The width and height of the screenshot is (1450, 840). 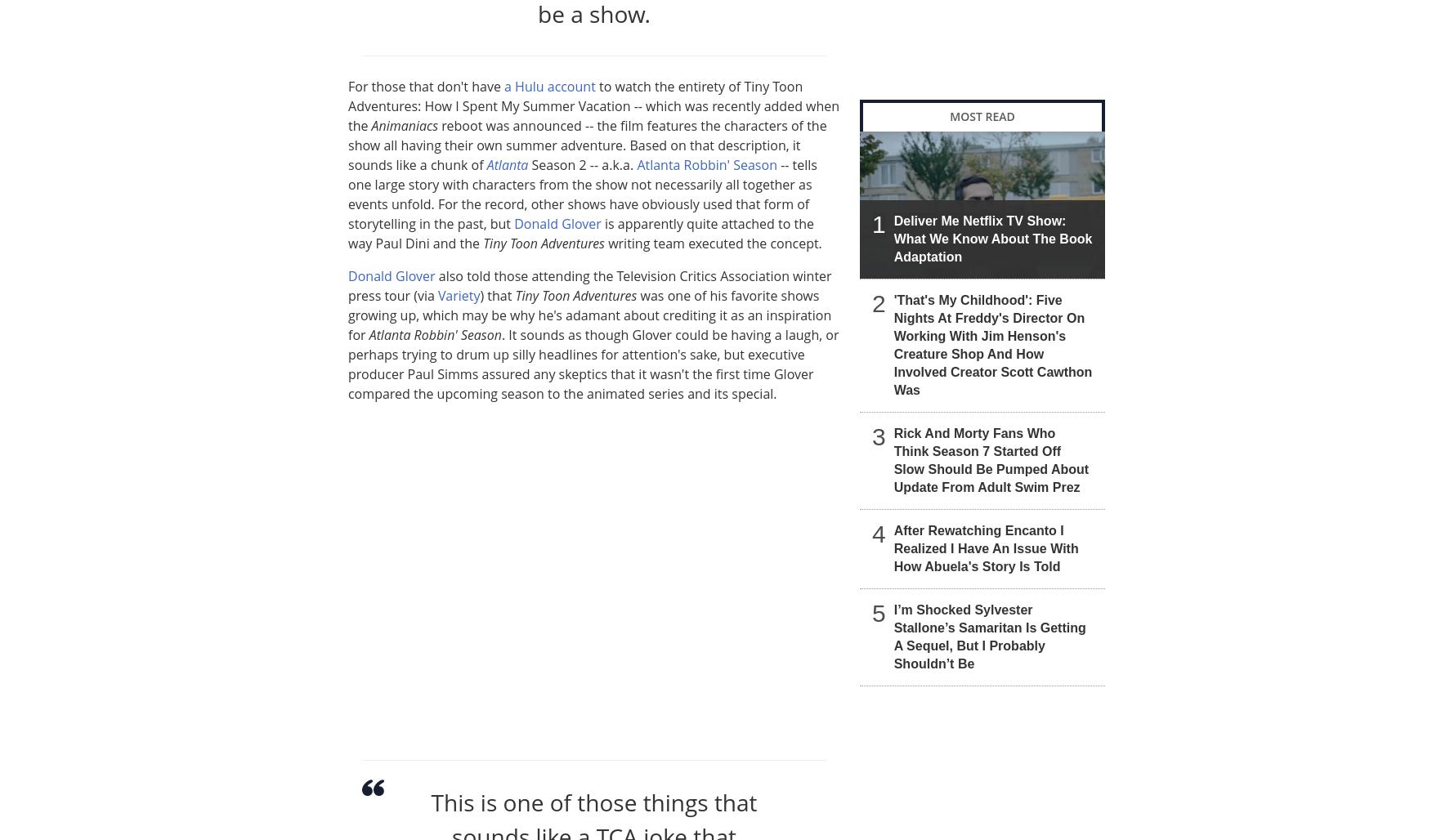 What do you see at coordinates (589, 313) in the screenshot?
I see `'was one of his favorite shows growing up, which may be why he's adamant about crediting it as an inspiration for'` at bounding box center [589, 313].